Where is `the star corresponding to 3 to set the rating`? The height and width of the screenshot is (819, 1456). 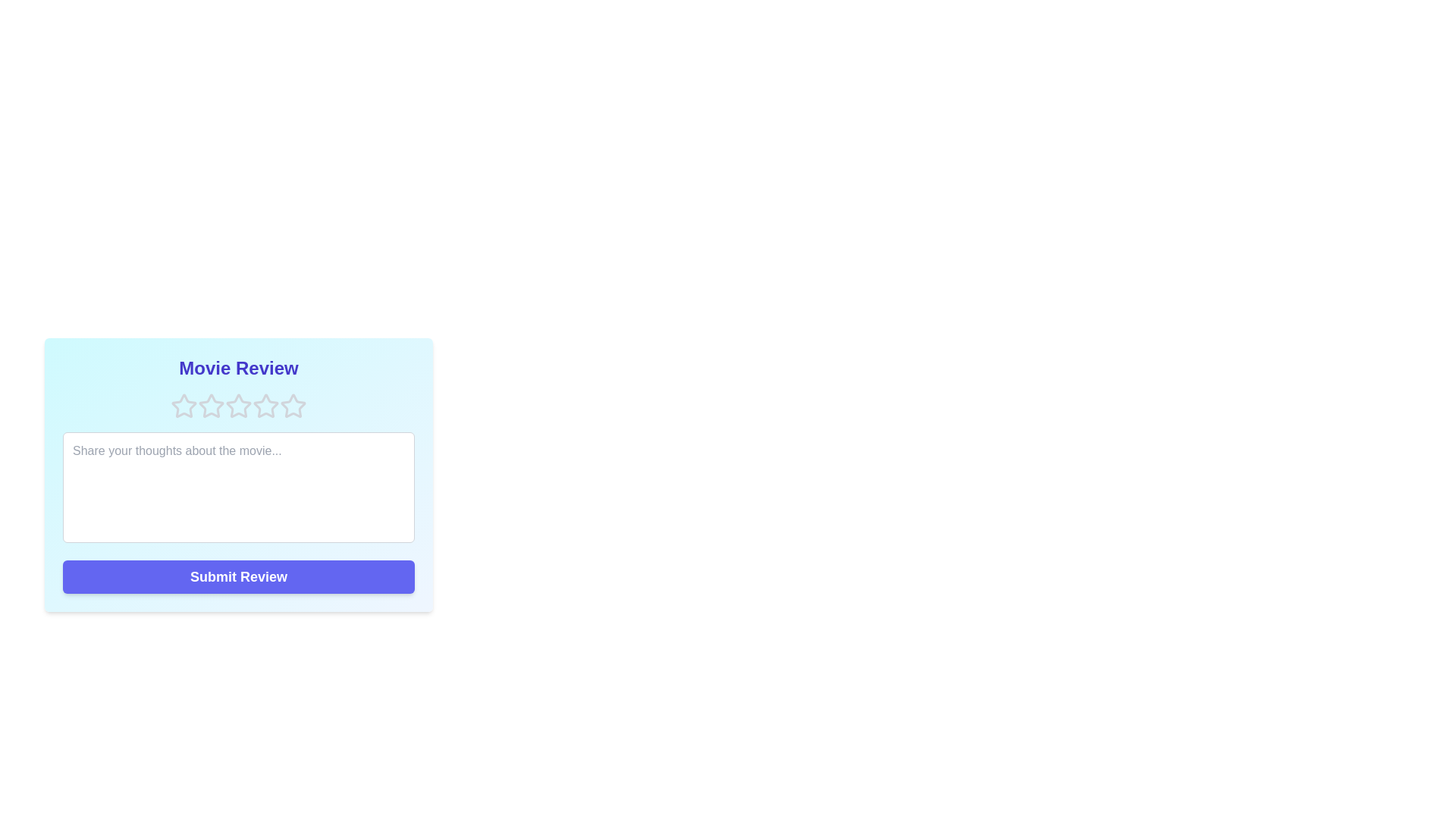 the star corresponding to 3 to set the rating is located at coordinates (238, 406).